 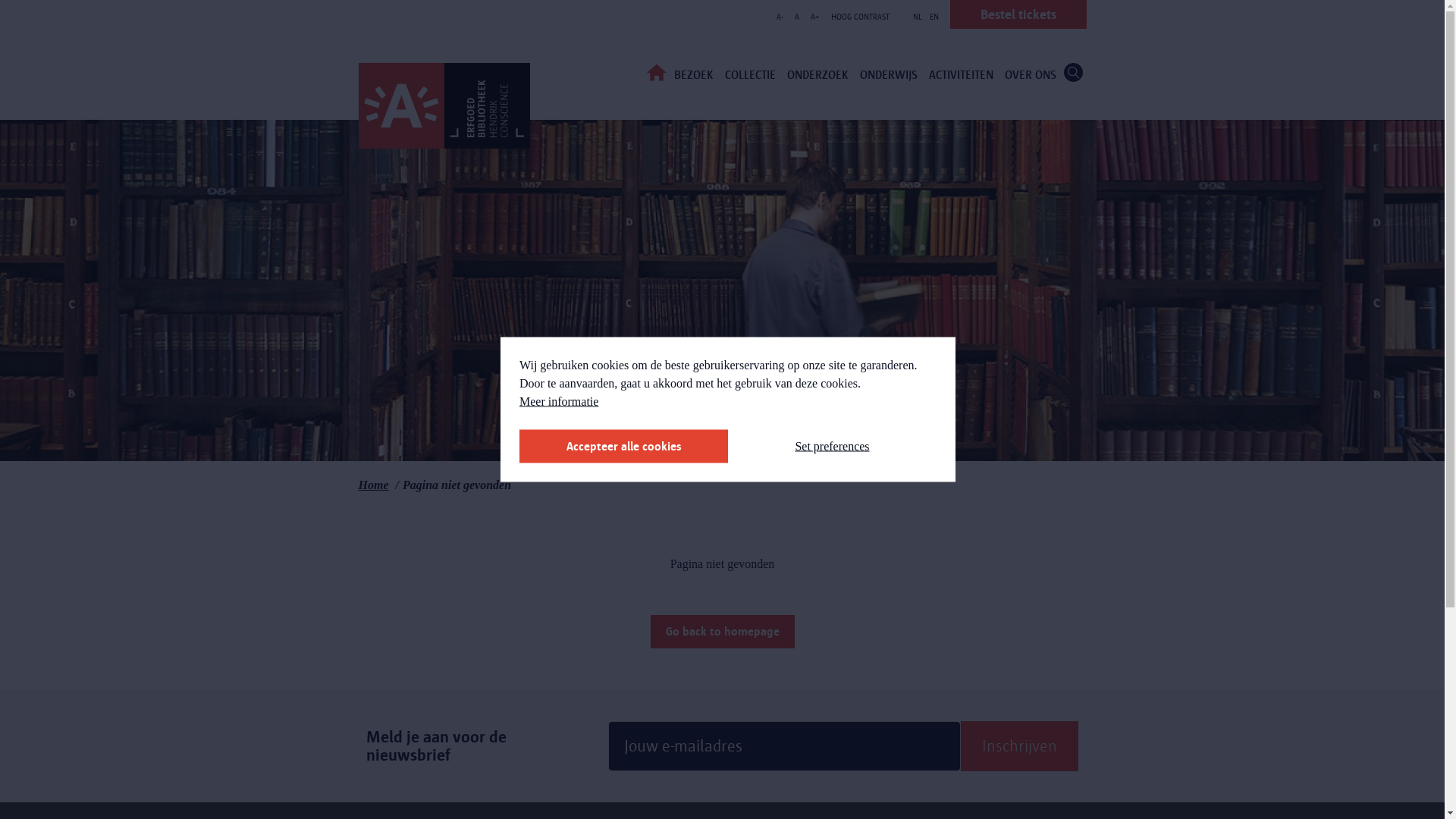 What do you see at coordinates (623, 444) in the screenshot?
I see `'Accepteer alle cookies'` at bounding box center [623, 444].